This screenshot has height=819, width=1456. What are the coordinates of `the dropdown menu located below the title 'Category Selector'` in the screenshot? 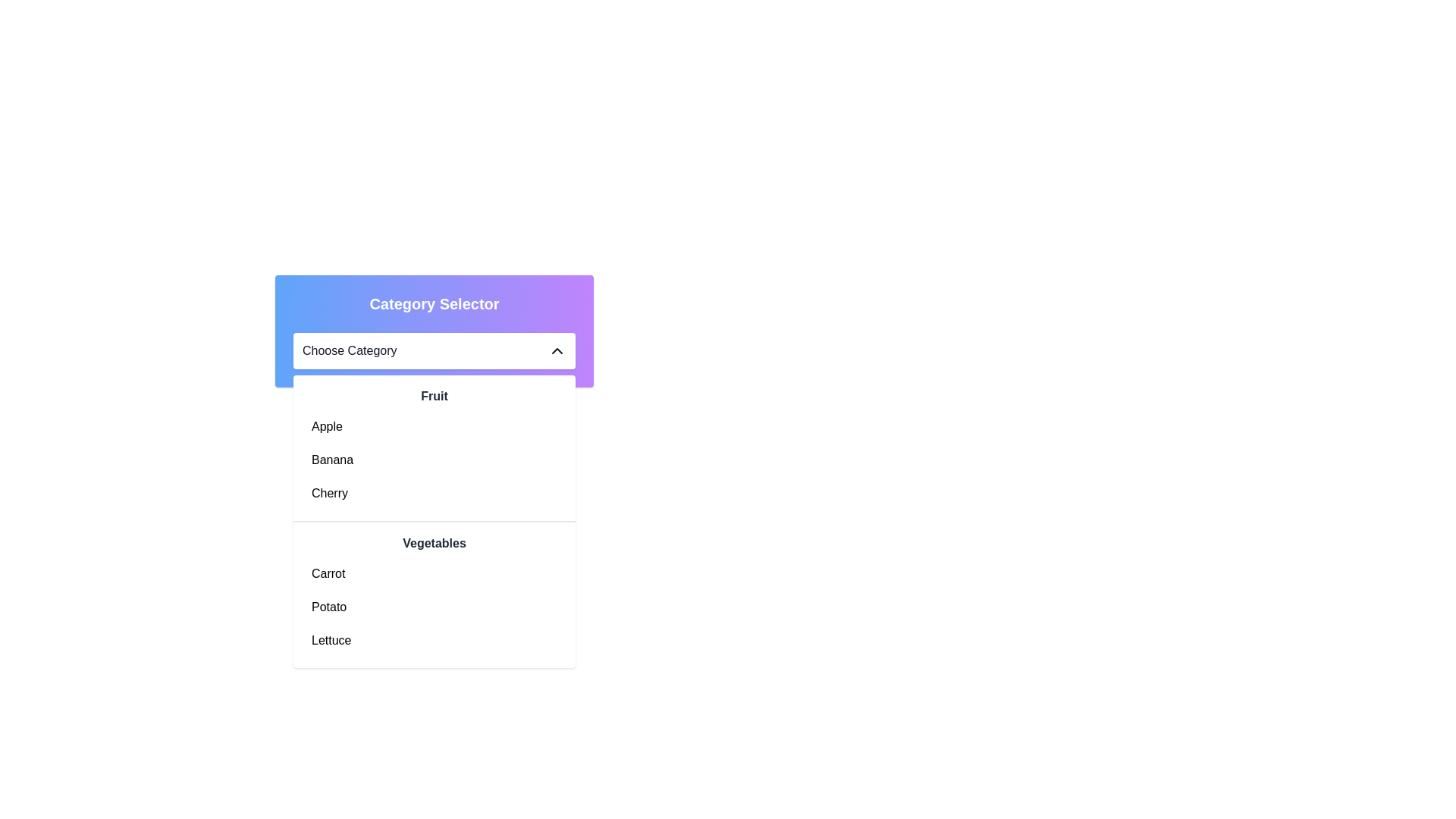 It's located at (433, 350).